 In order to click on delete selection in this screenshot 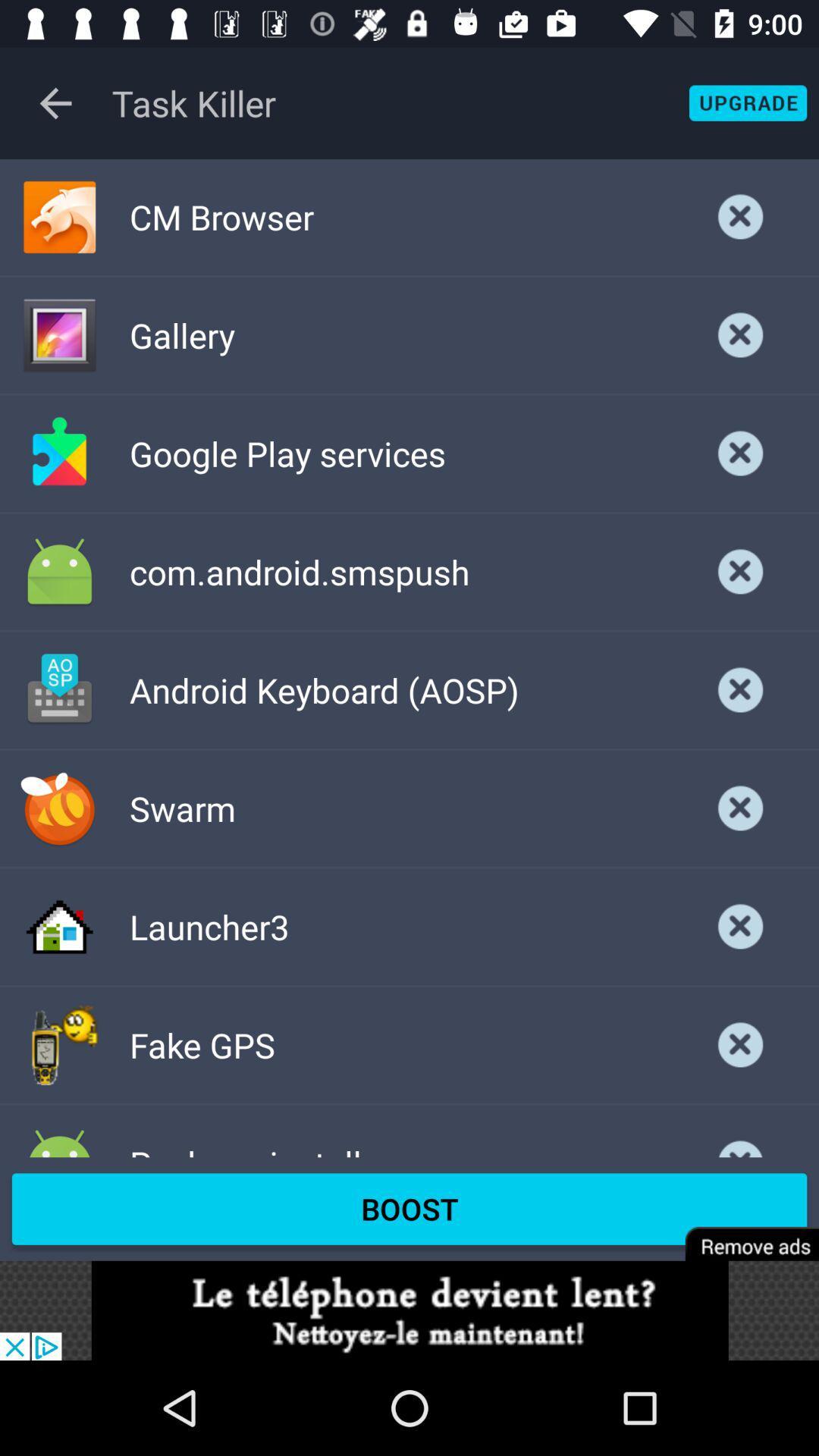, I will do `click(740, 334)`.